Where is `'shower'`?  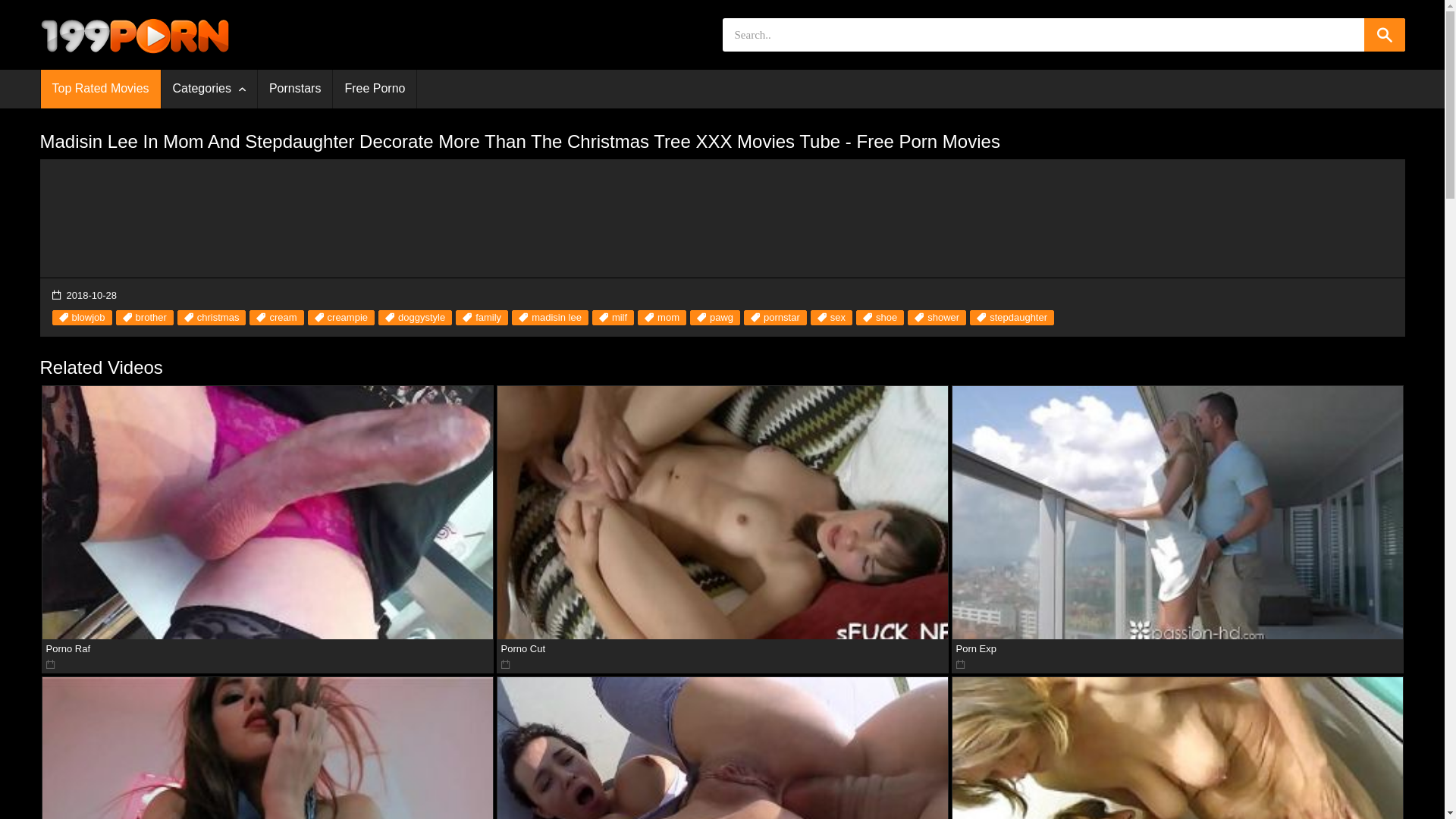 'shower' is located at coordinates (936, 317).